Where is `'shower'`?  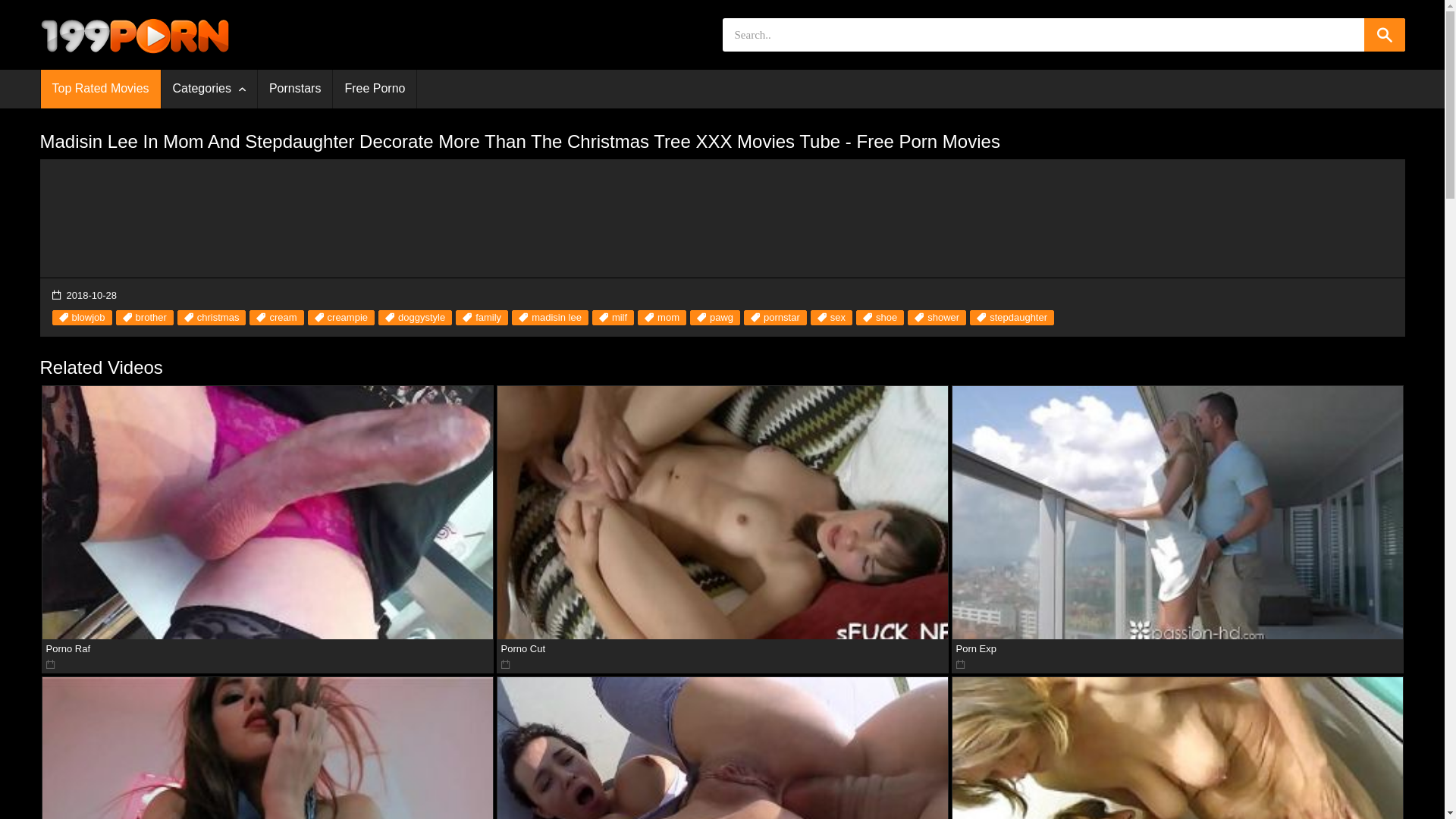 'shower' is located at coordinates (936, 317).